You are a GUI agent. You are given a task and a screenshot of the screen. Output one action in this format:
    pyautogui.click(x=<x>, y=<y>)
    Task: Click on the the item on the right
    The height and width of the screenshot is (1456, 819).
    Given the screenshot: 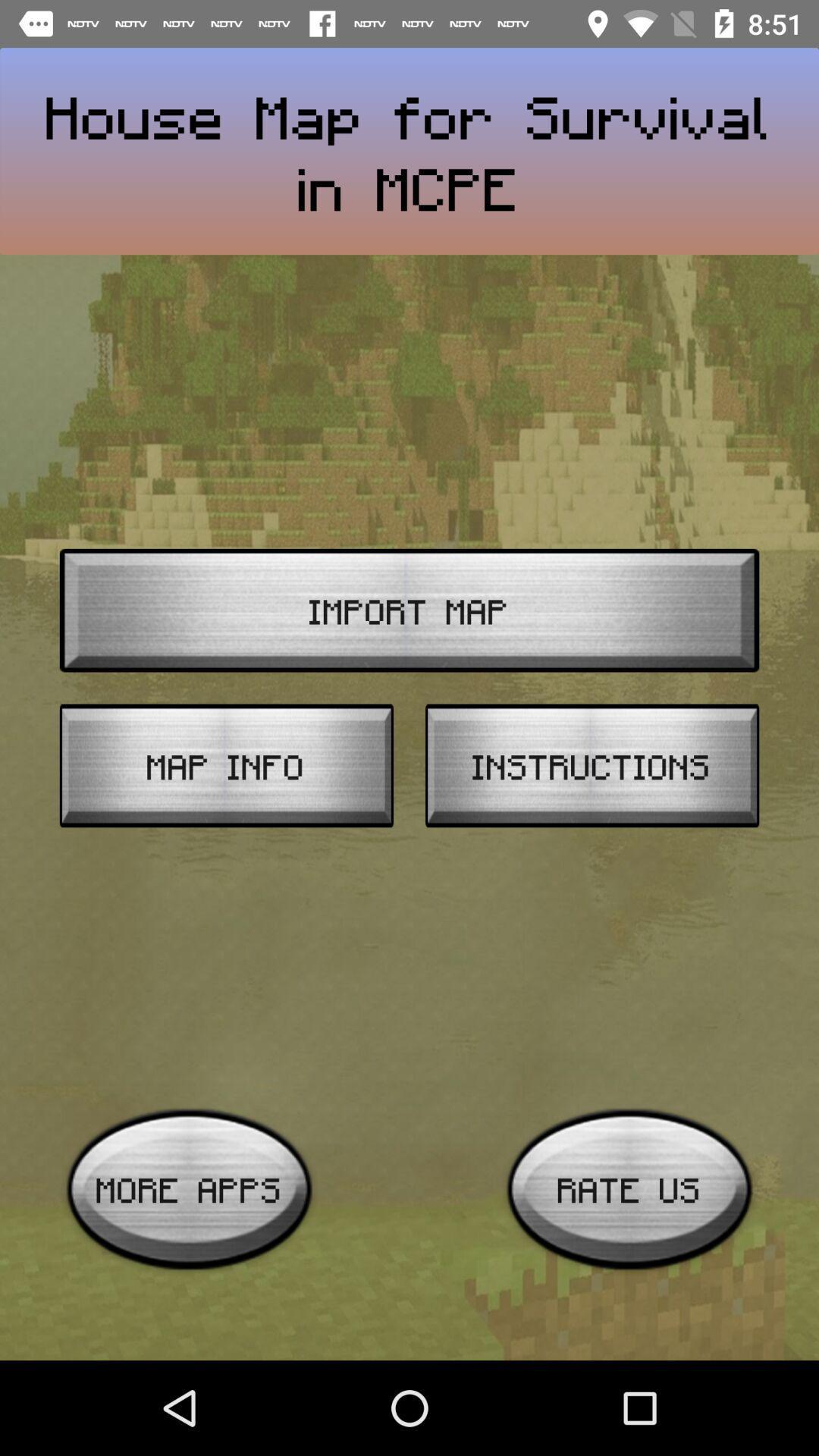 What is the action you would take?
    pyautogui.click(x=591, y=765)
    